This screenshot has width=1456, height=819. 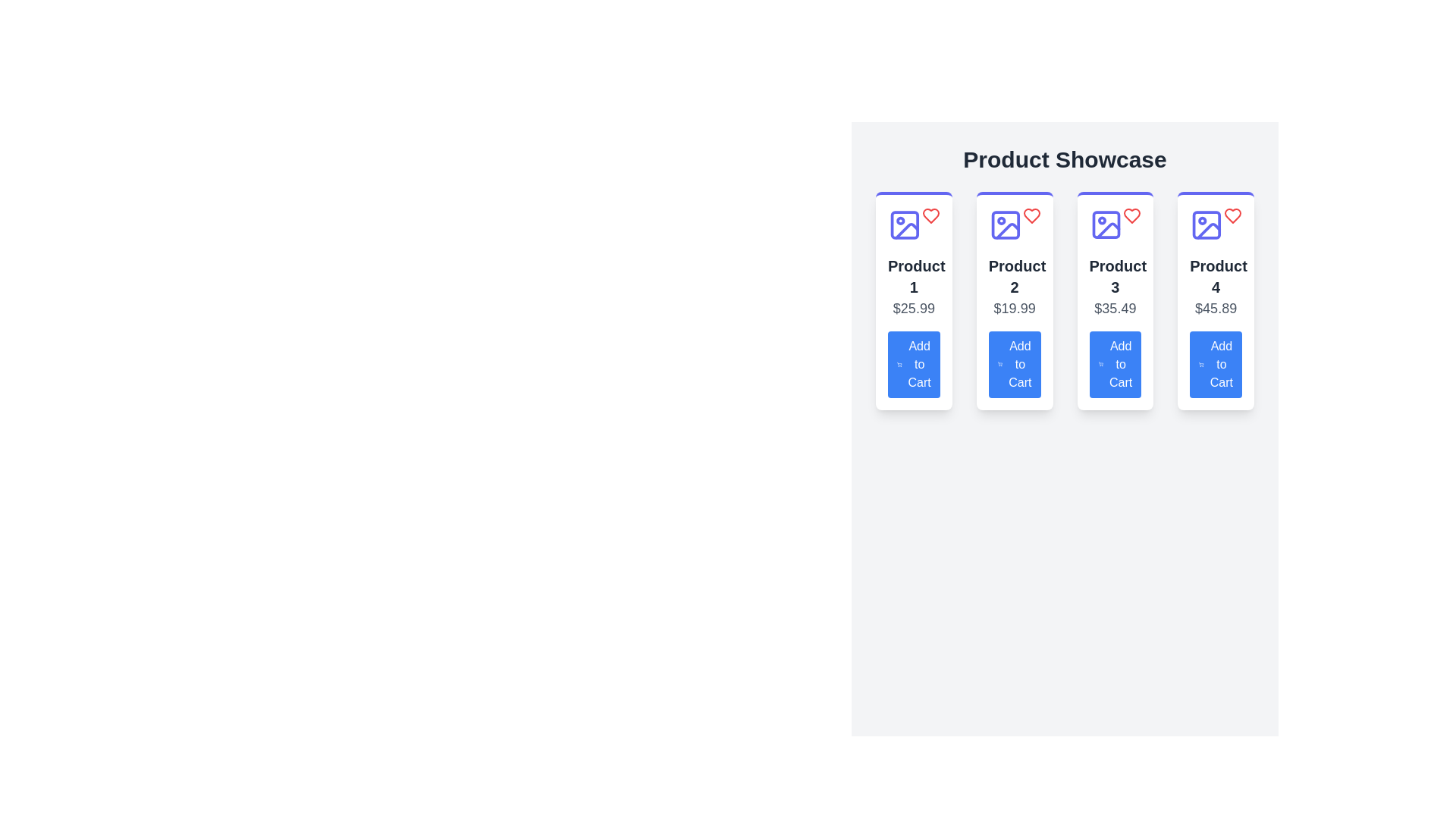 What do you see at coordinates (905, 225) in the screenshot?
I see `the decorative icon within the first product card of the 'Product Showcase' layout` at bounding box center [905, 225].